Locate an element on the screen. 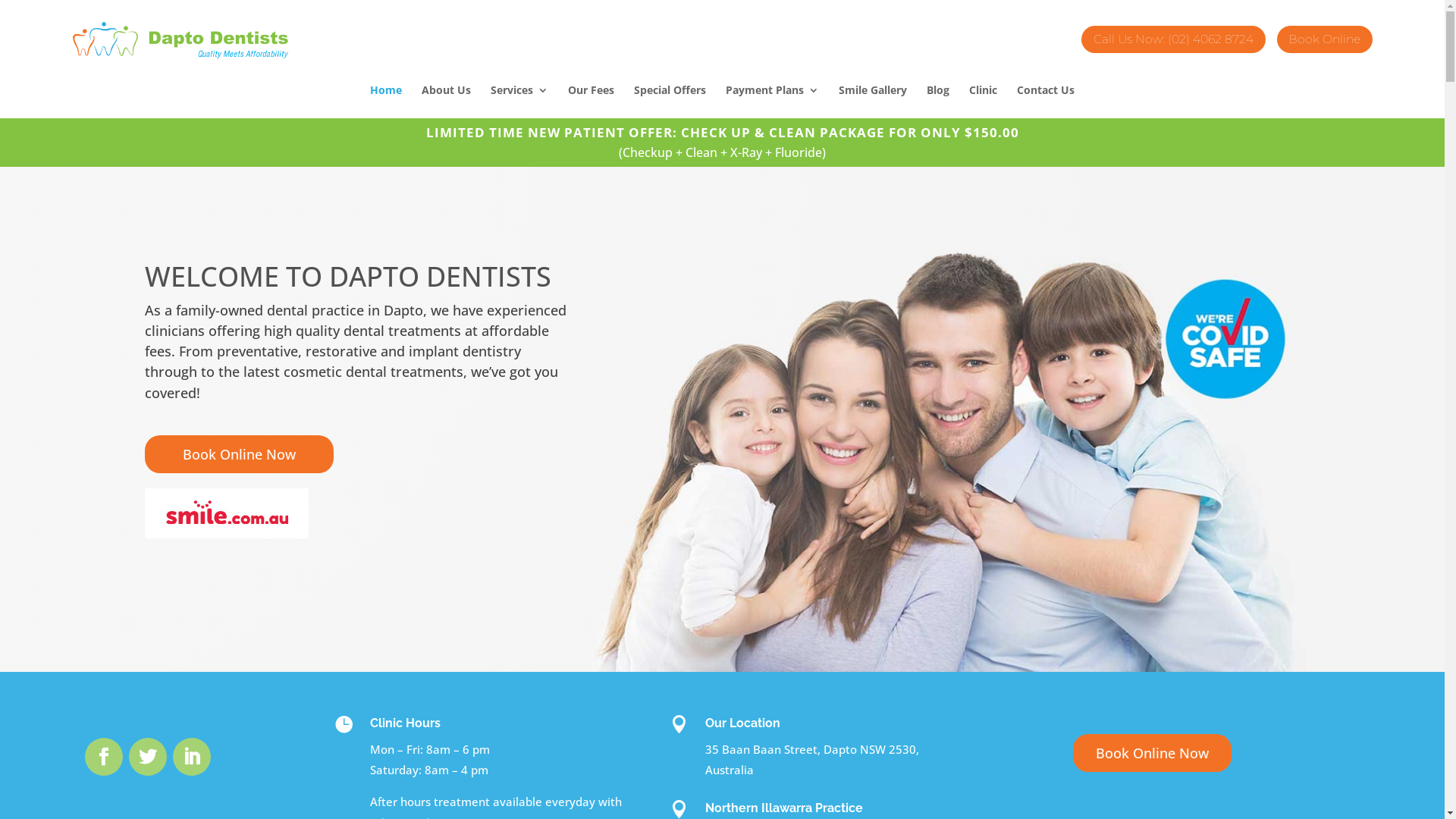  'Contact Us' is located at coordinates (1044, 102).